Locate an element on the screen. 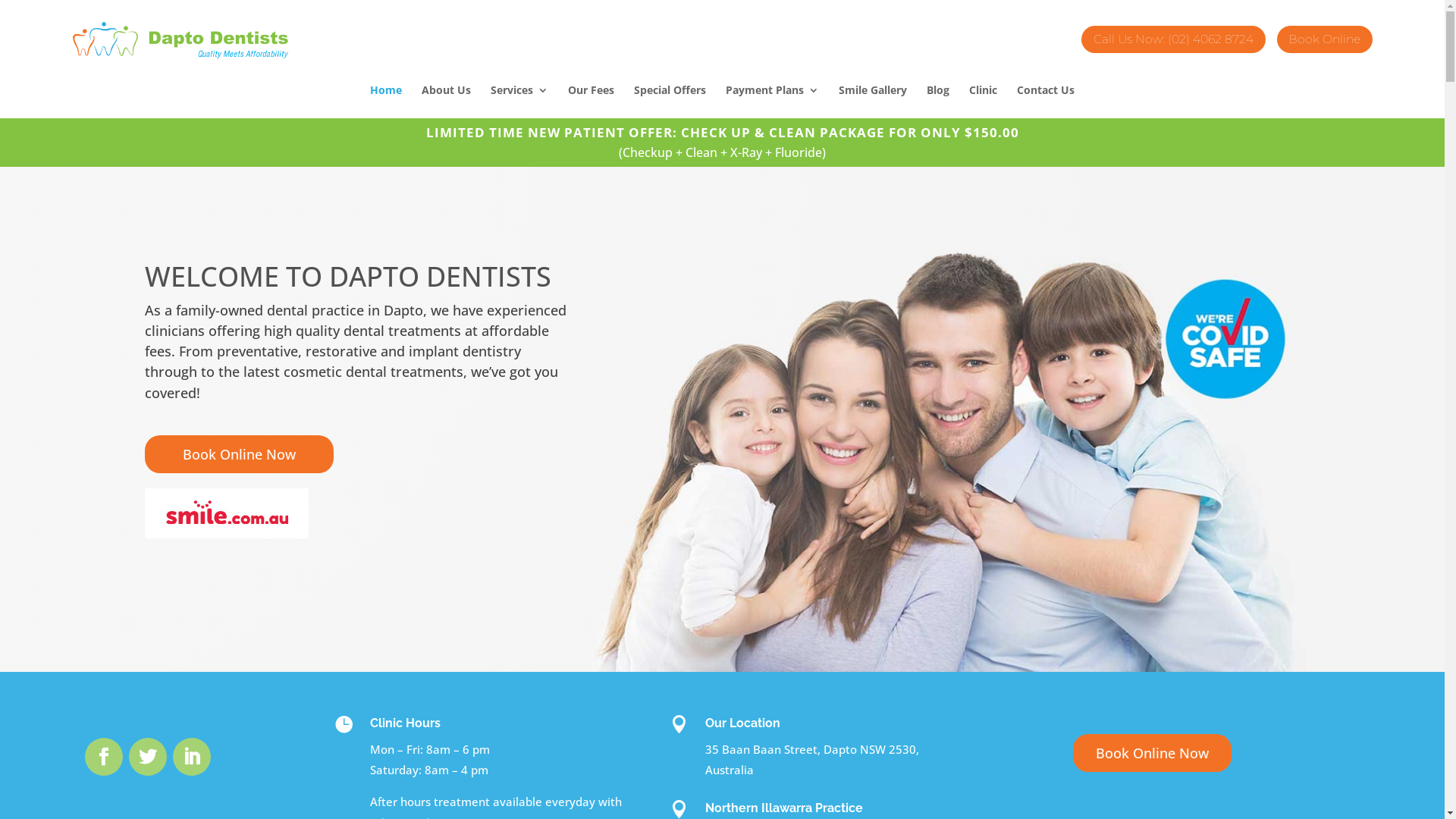  'Contact Us' is located at coordinates (1044, 102).